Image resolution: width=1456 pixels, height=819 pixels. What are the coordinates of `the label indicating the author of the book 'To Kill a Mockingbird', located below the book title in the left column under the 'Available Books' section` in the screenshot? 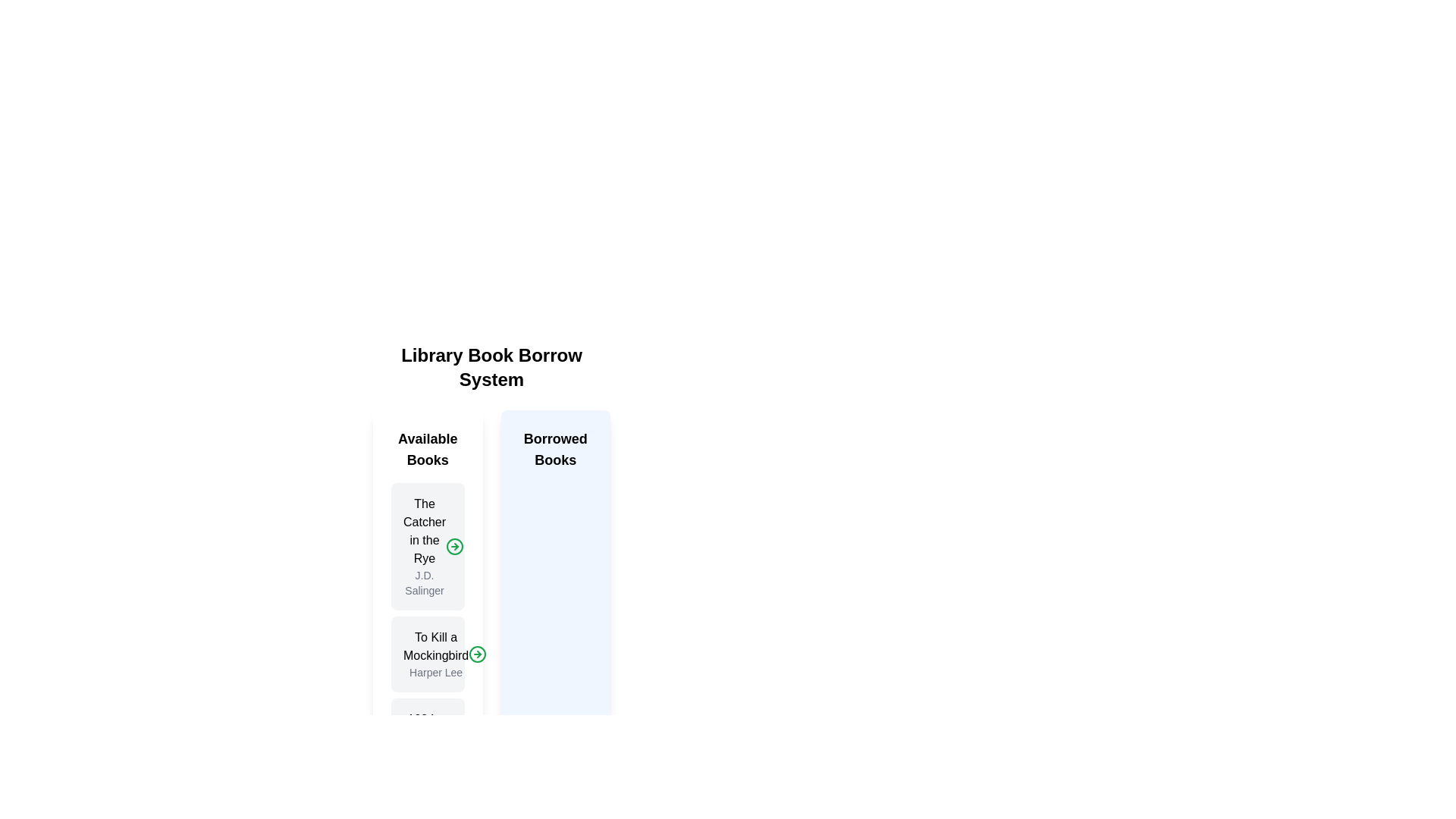 It's located at (435, 672).